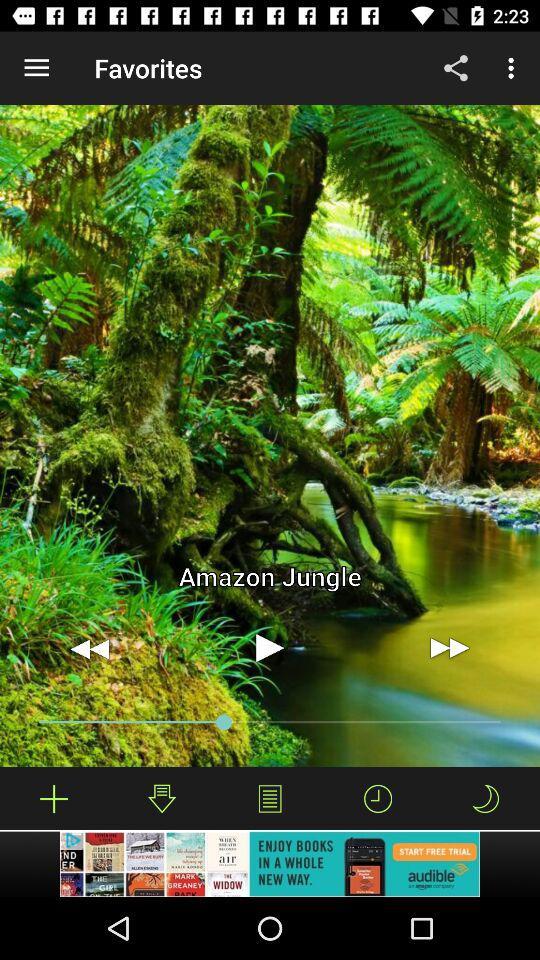 This screenshot has width=540, height=960. What do you see at coordinates (89, 647) in the screenshot?
I see `previous` at bounding box center [89, 647].